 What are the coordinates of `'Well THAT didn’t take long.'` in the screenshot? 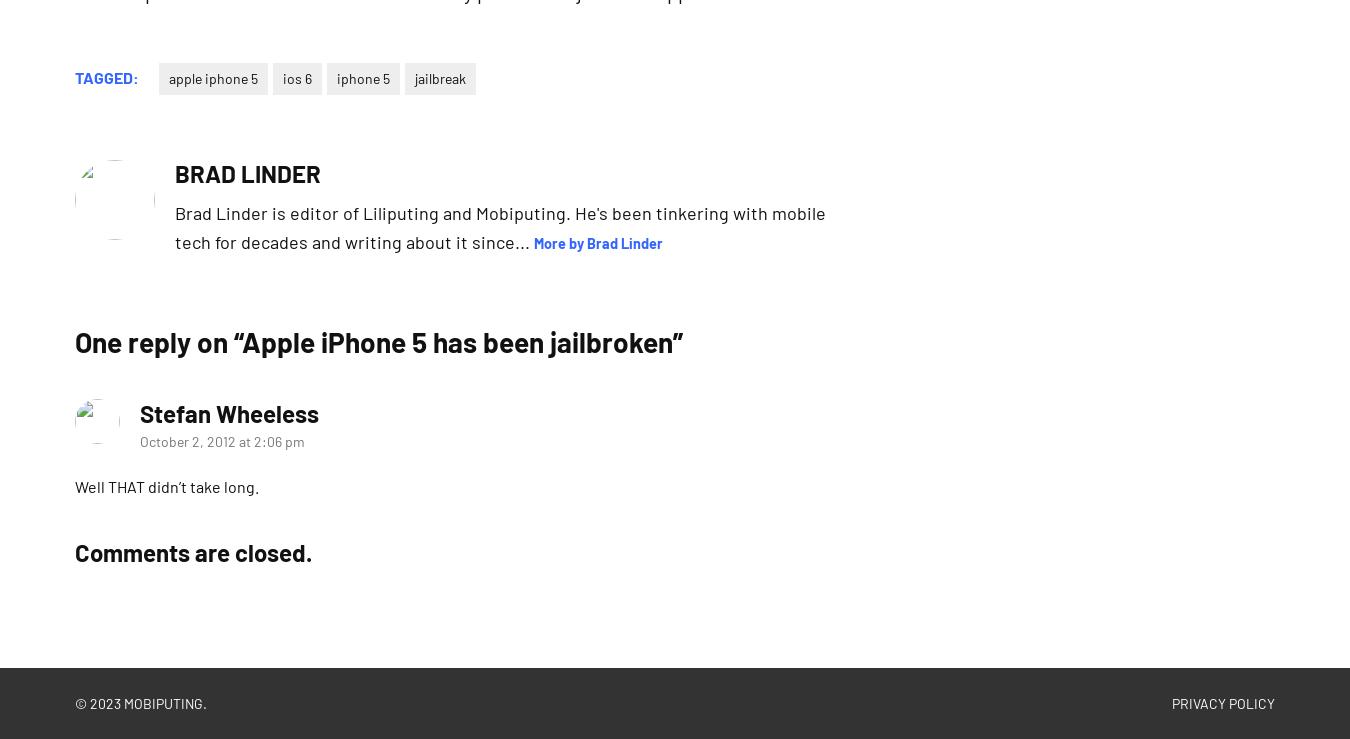 It's located at (166, 484).